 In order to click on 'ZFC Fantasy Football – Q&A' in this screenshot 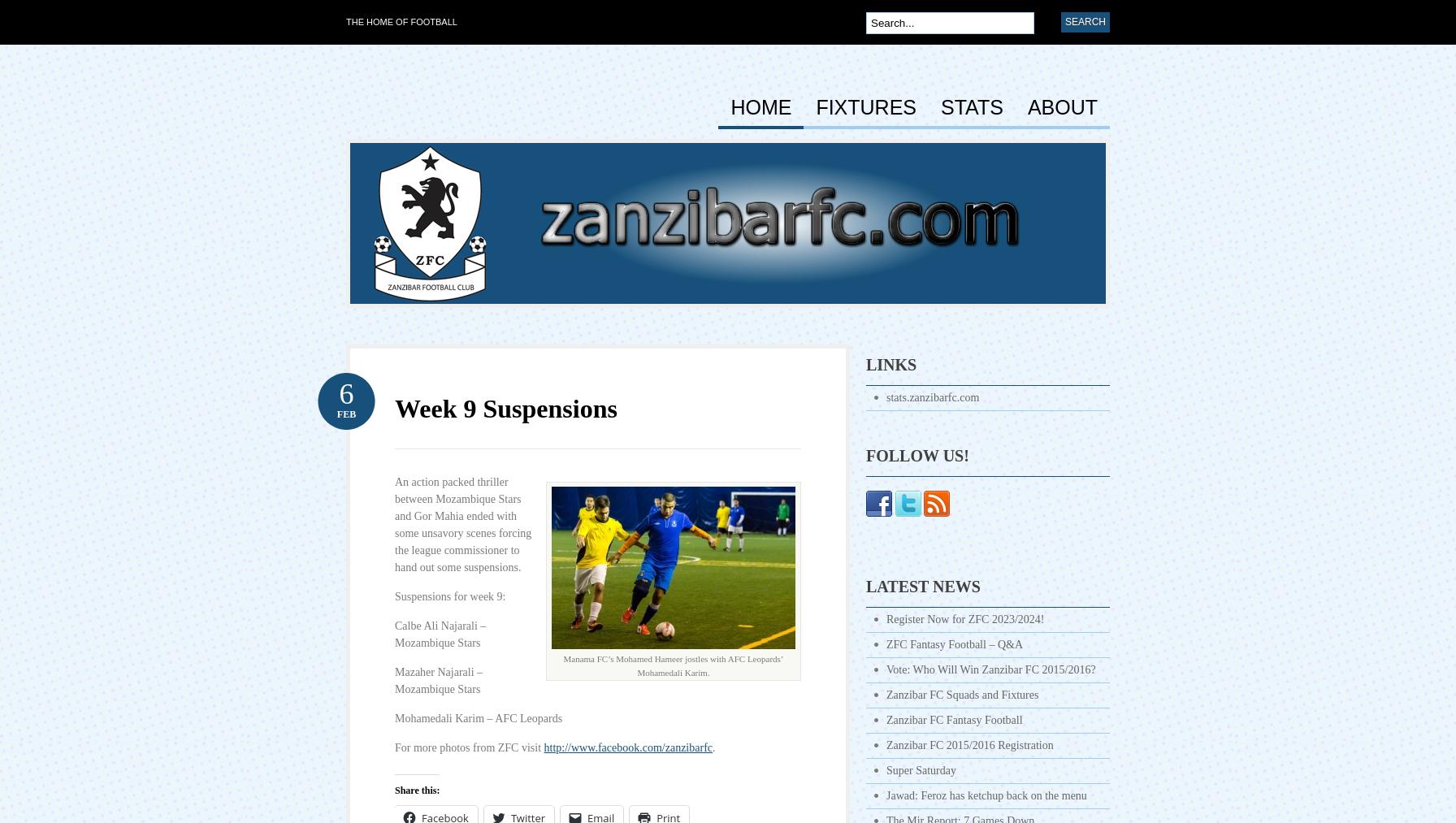, I will do `click(955, 644)`.